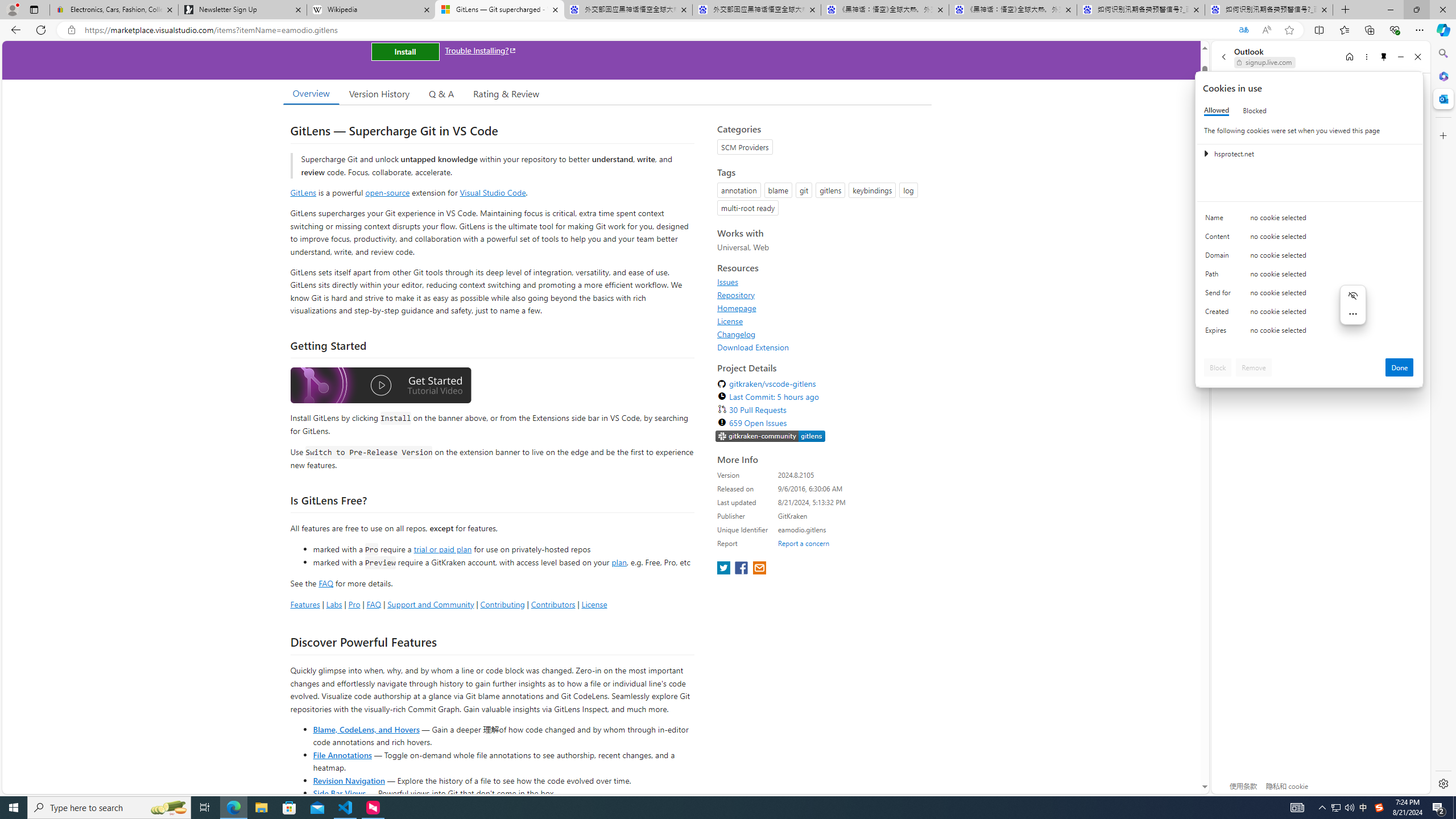  I want to click on 'no cookie selected', so click(1331, 333).